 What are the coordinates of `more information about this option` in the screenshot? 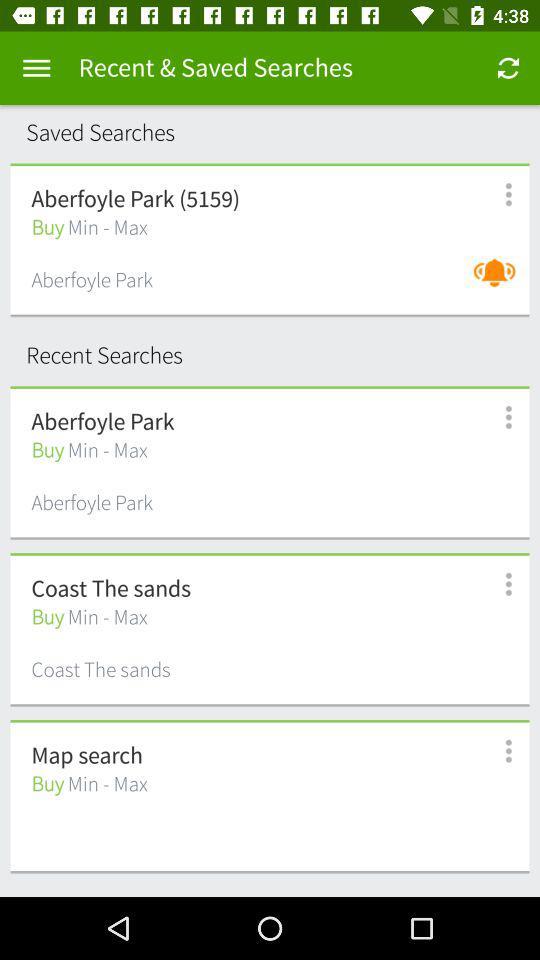 It's located at (496, 194).